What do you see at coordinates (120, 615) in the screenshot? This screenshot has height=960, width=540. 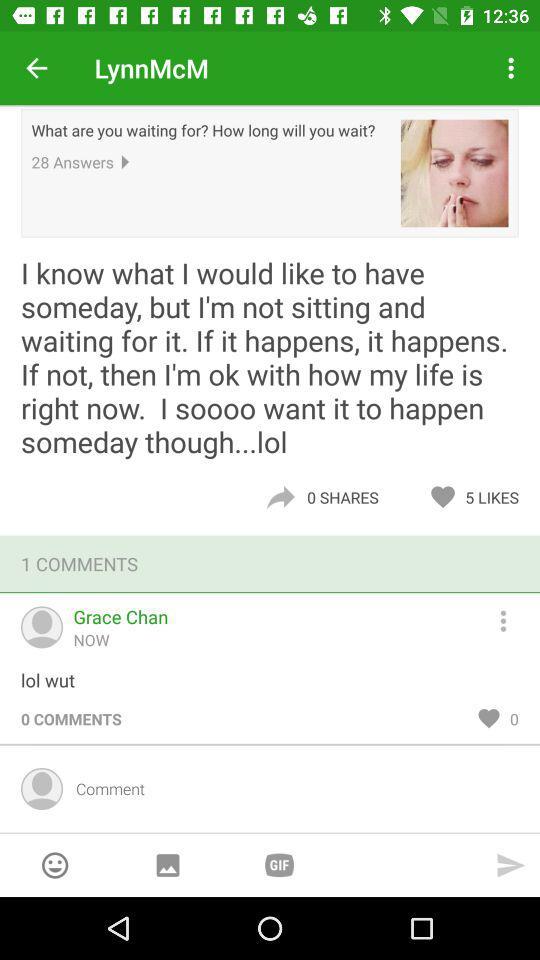 I see `the grace chan` at bounding box center [120, 615].